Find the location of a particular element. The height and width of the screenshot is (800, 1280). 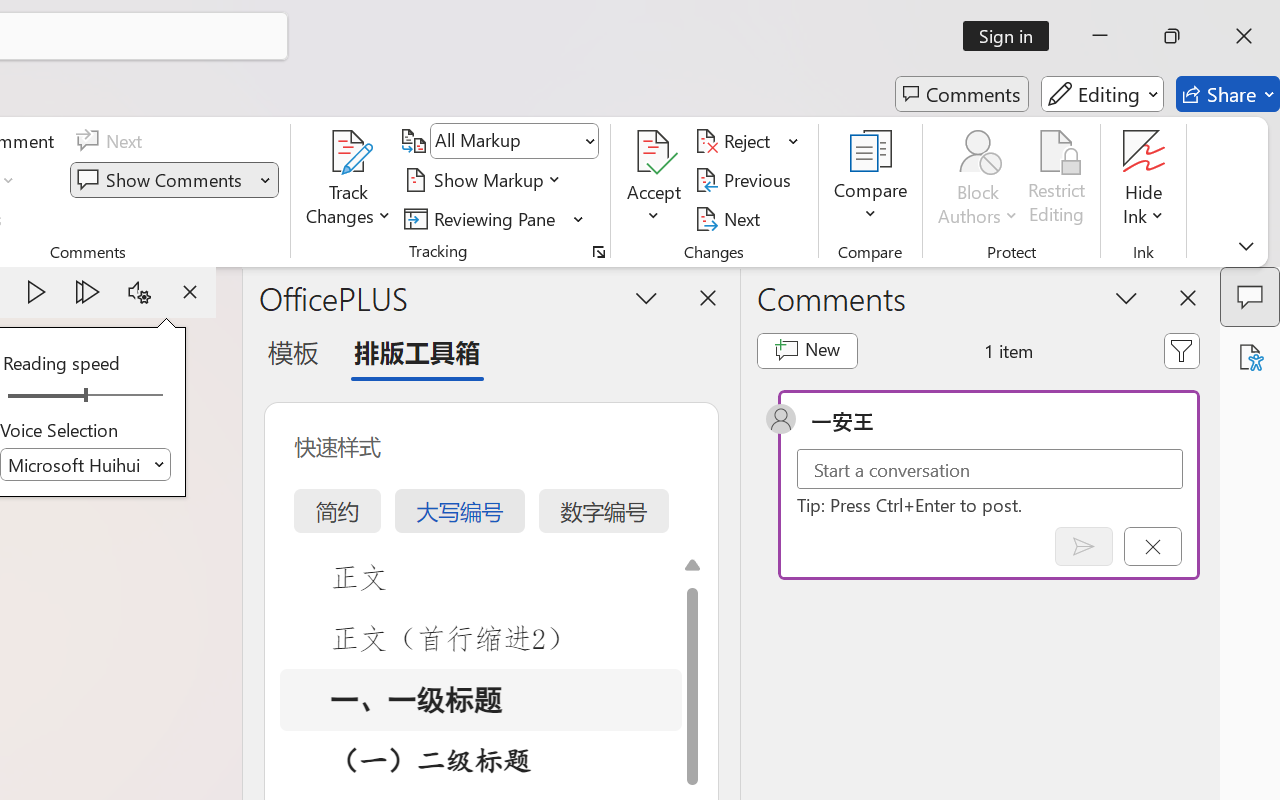

'Voice Selection' is located at coordinates (84, 463).